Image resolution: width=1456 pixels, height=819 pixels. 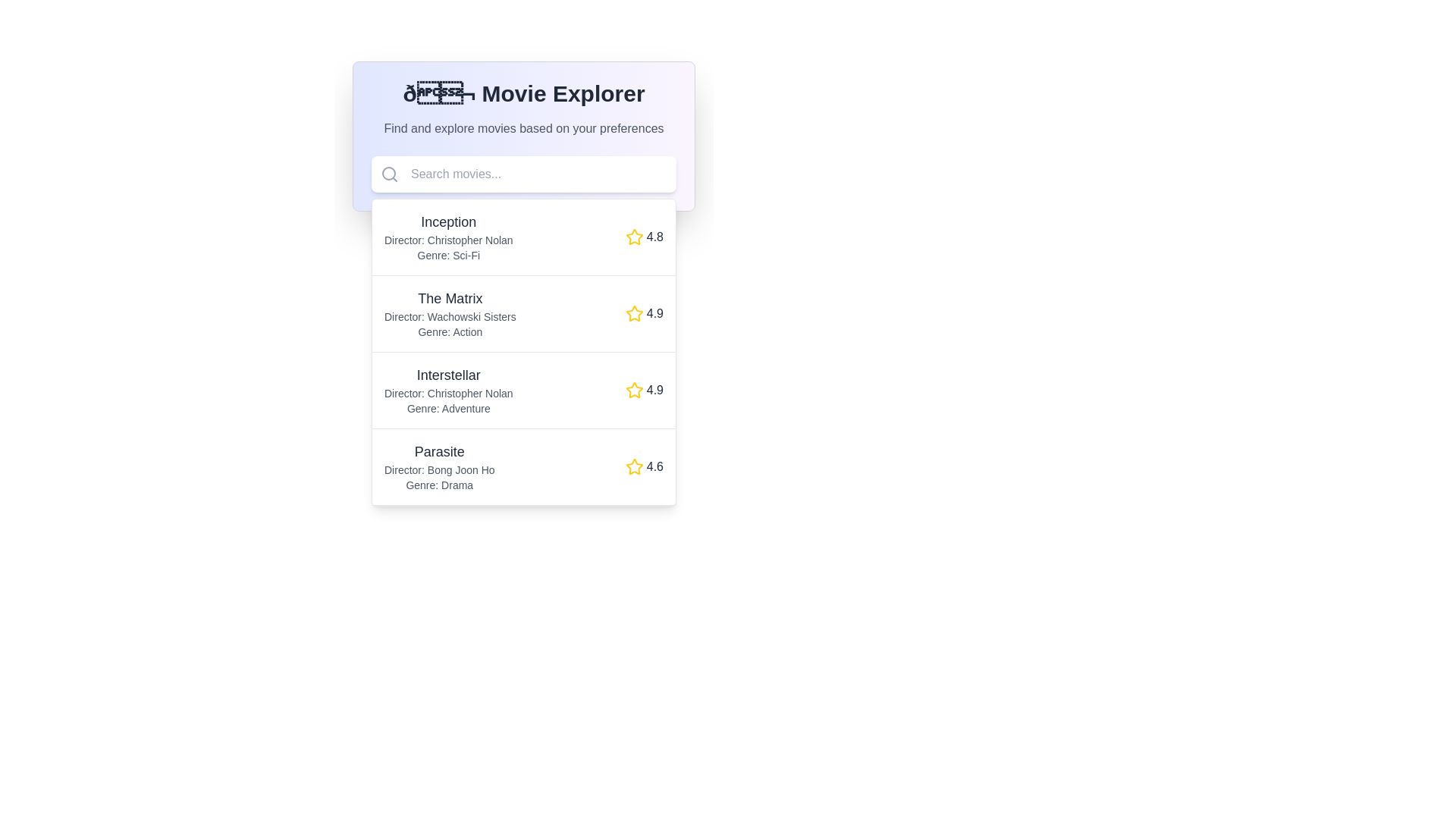 I want to click on the text display element that shows the title 'Inception', which is bold and dark gray, located above the director and genre information in the Movie Explorer list, so click(x=447, y=222).